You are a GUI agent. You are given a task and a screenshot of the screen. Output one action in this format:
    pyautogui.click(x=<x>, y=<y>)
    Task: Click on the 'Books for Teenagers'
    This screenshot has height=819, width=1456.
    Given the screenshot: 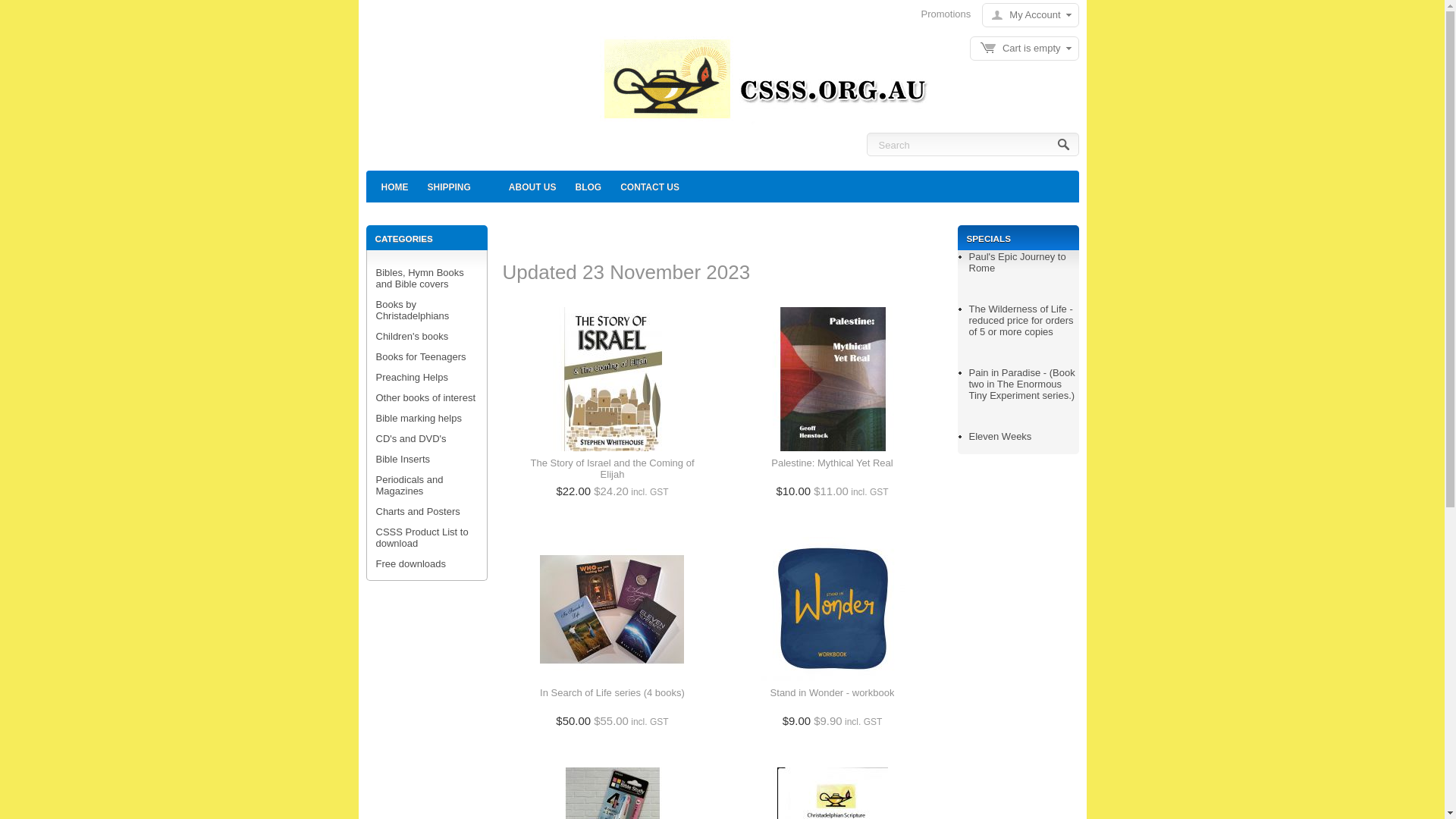 What is the action you would take?
    pyautogui.click(x=375, y=356)
    